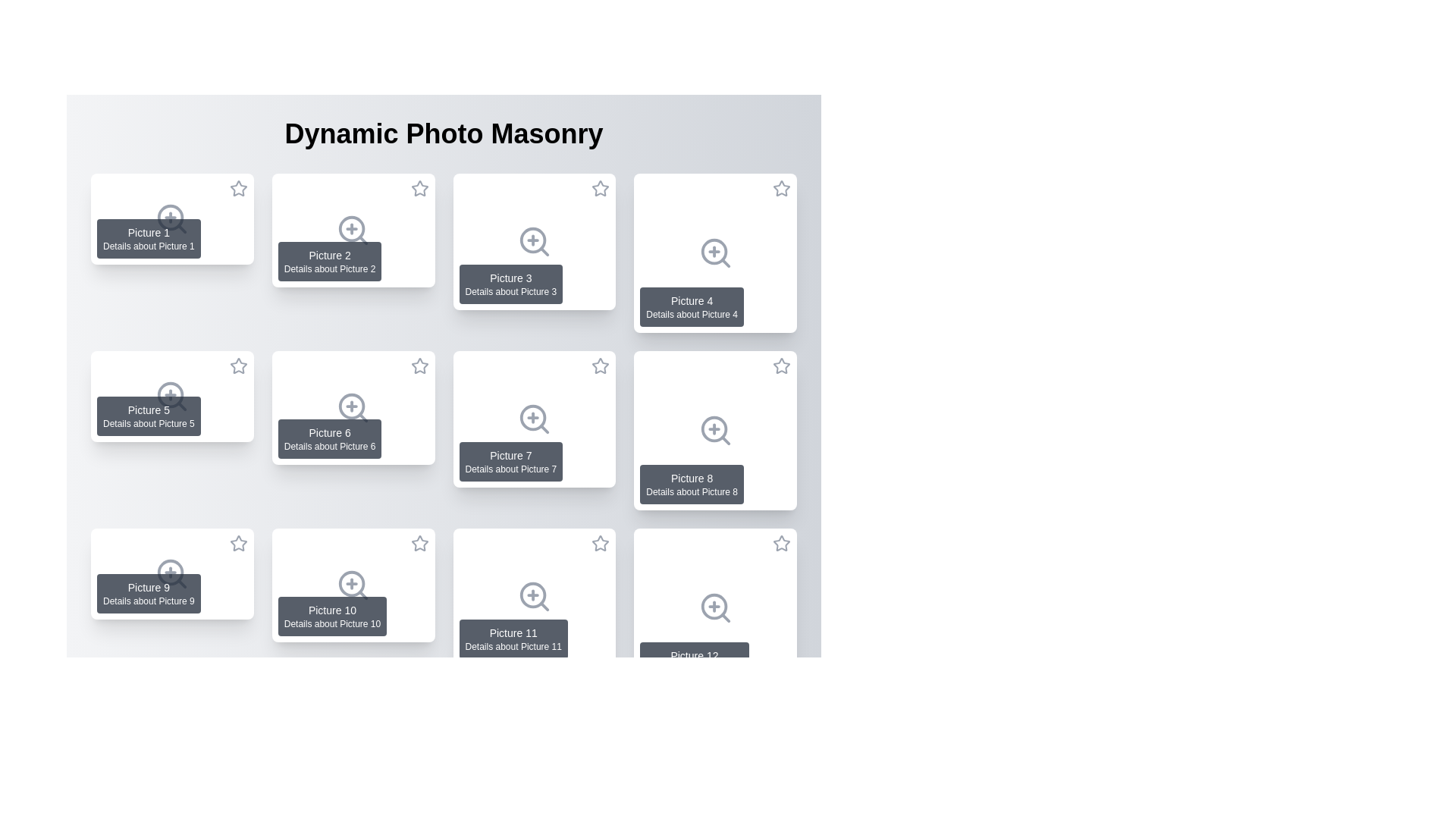 The image size is (1456, 819). I want to click on the bookmark icon button in the top-right corner of the card for 'Picture 5' to mark or unmark it as favorite, so click(237, 369).